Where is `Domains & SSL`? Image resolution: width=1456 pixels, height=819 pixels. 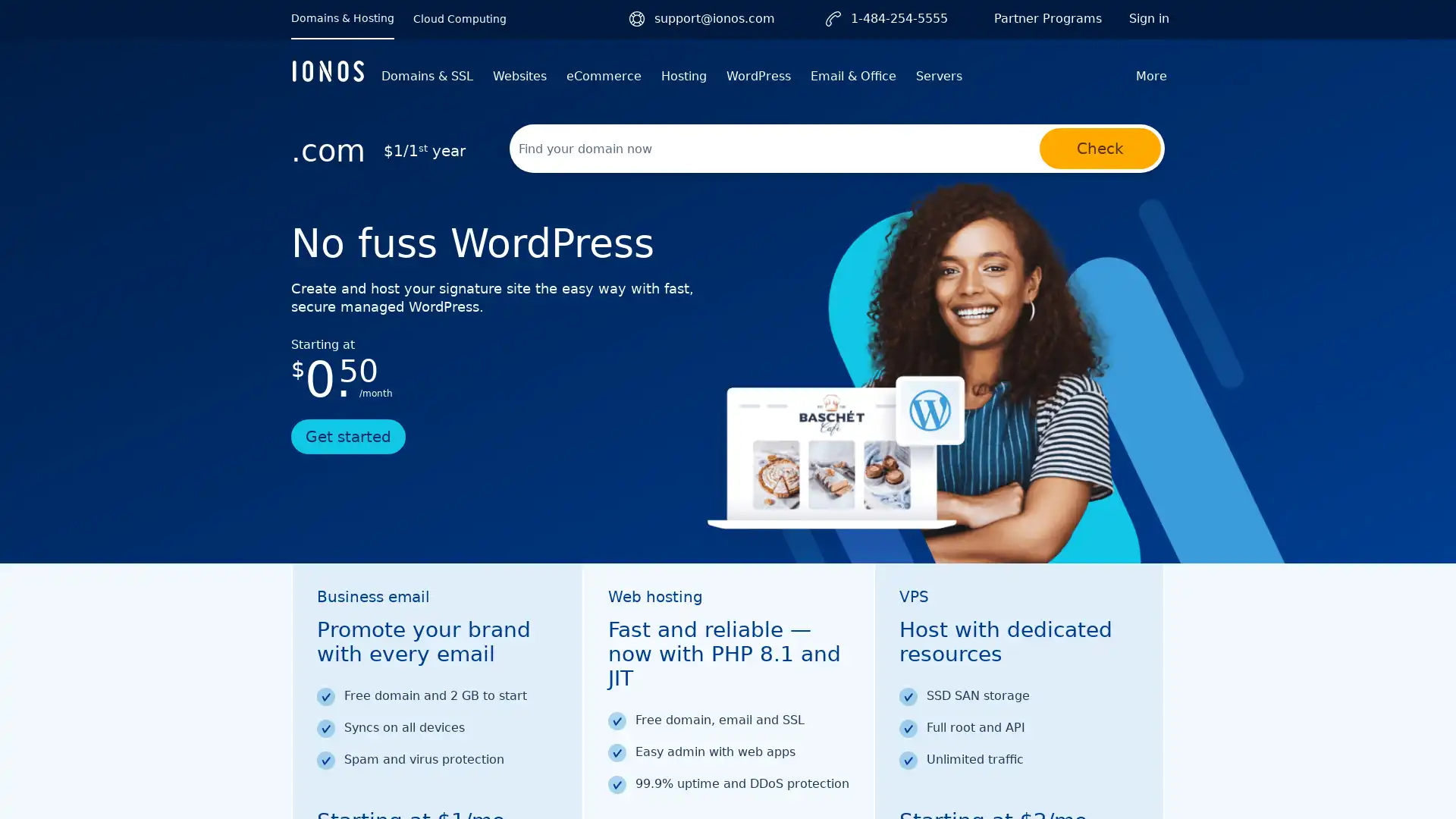 Domains & SSL is located at coordinates (426, 76).